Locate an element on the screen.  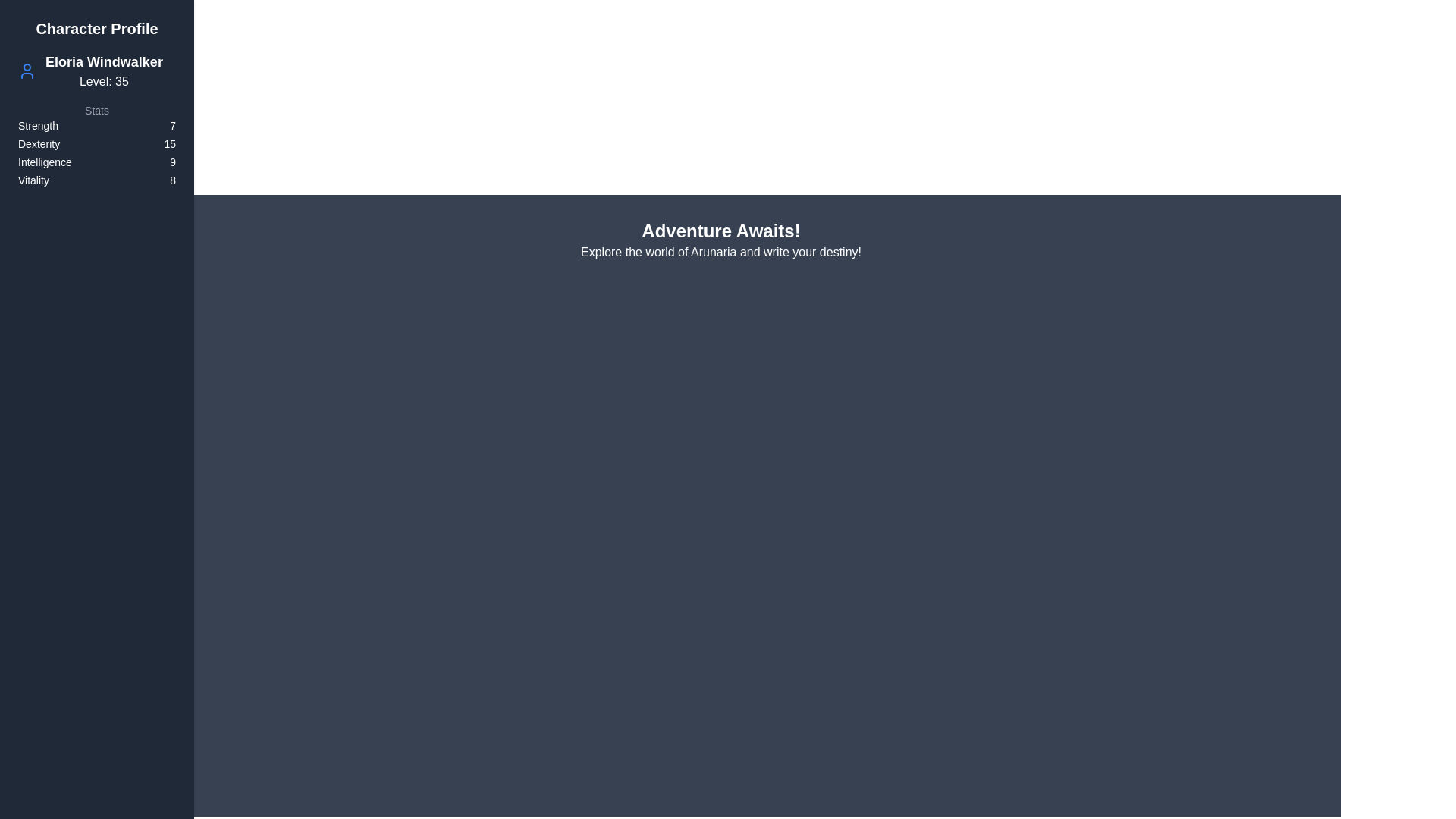
the character profile section to view detailed stats is located at coordinates (96, 102).